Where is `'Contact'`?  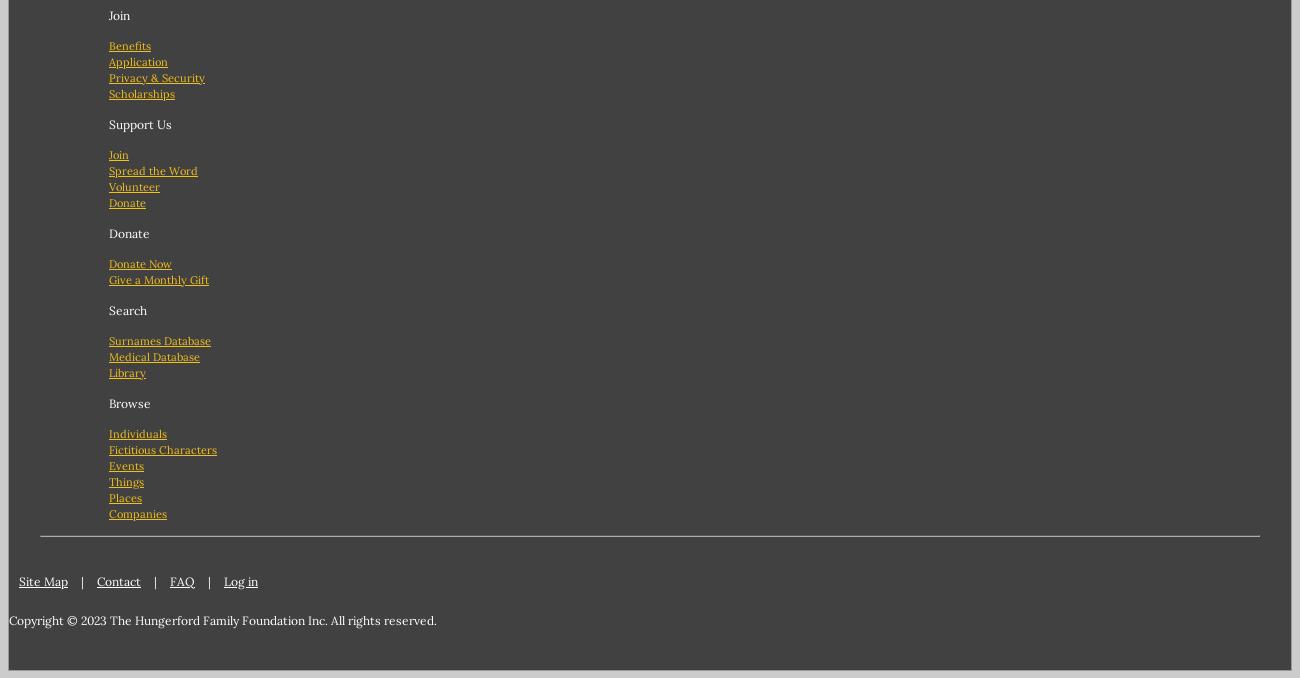 'Contact' is located at coordinates (117, 579).